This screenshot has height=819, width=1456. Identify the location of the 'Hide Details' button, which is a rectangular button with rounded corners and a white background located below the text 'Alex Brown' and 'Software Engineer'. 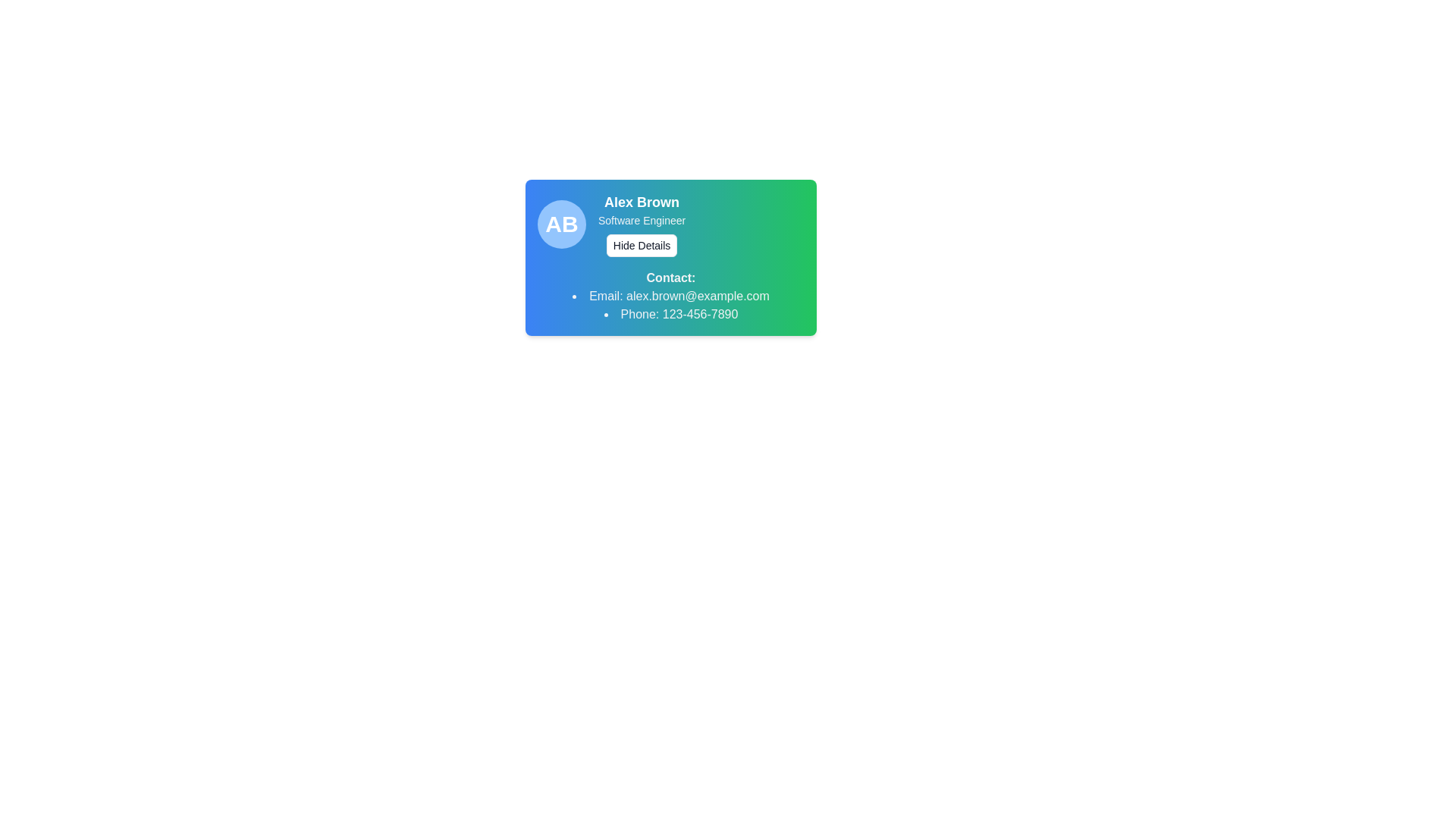
(642, 245).